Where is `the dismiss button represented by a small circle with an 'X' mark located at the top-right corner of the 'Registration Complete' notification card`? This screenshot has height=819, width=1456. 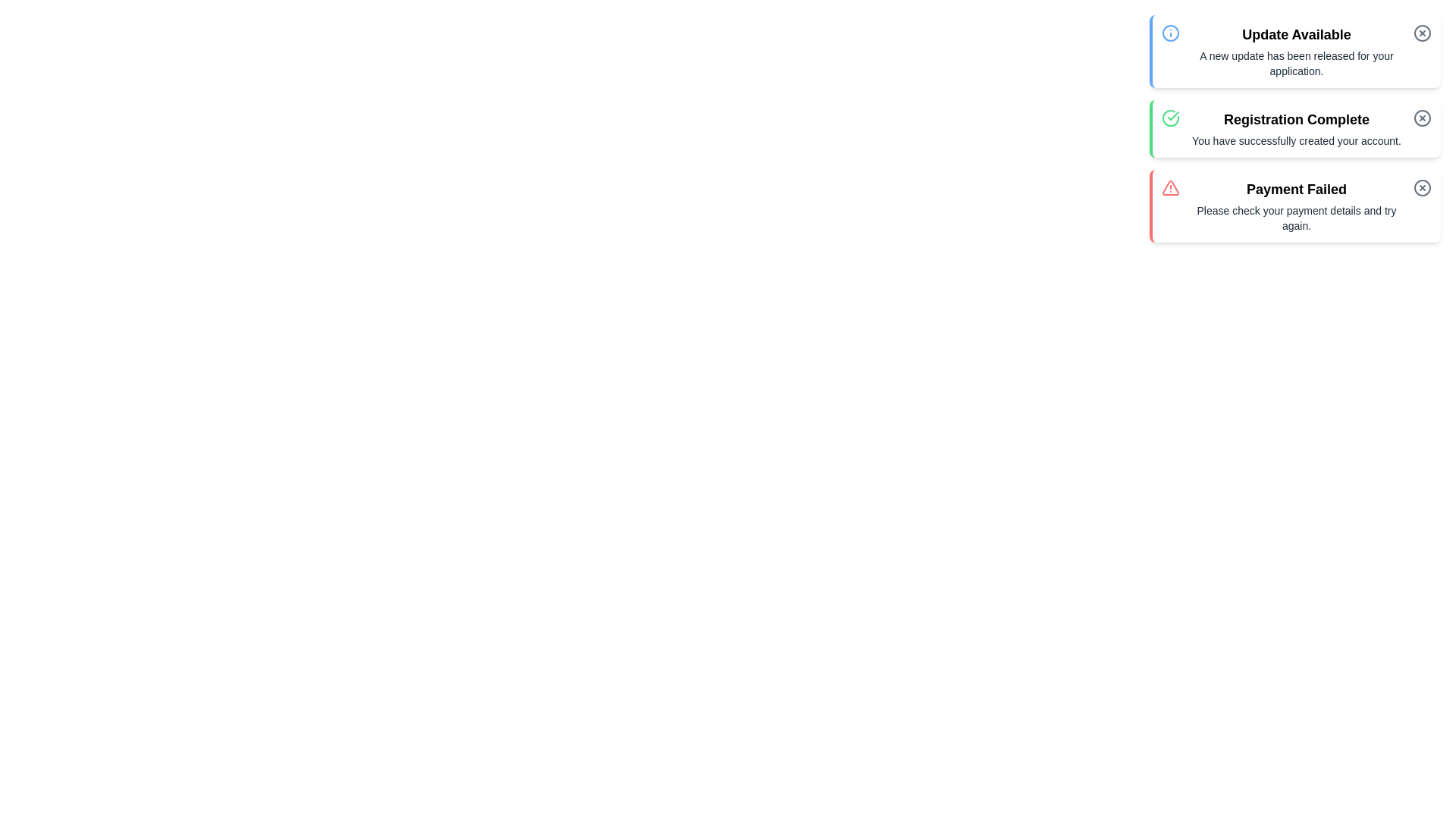
the dismiss button represented by a small circle with an 'X' mark located at the top-right corner of the 'Registration Complete' notification card is located at coordinates (1422, 117).